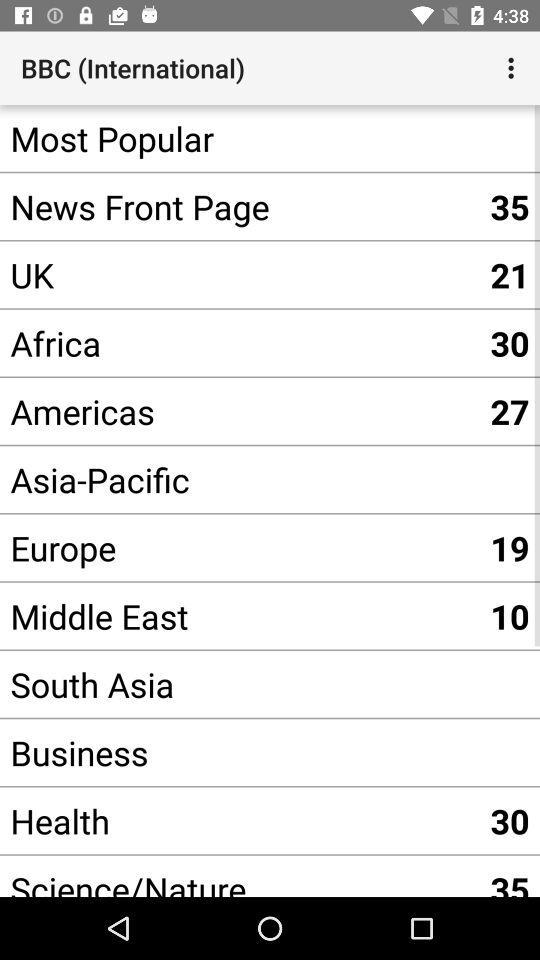  Describe the element at coordinates (239, 479) in the screenshot. I see `the app to the left of the 27 item` at that location.